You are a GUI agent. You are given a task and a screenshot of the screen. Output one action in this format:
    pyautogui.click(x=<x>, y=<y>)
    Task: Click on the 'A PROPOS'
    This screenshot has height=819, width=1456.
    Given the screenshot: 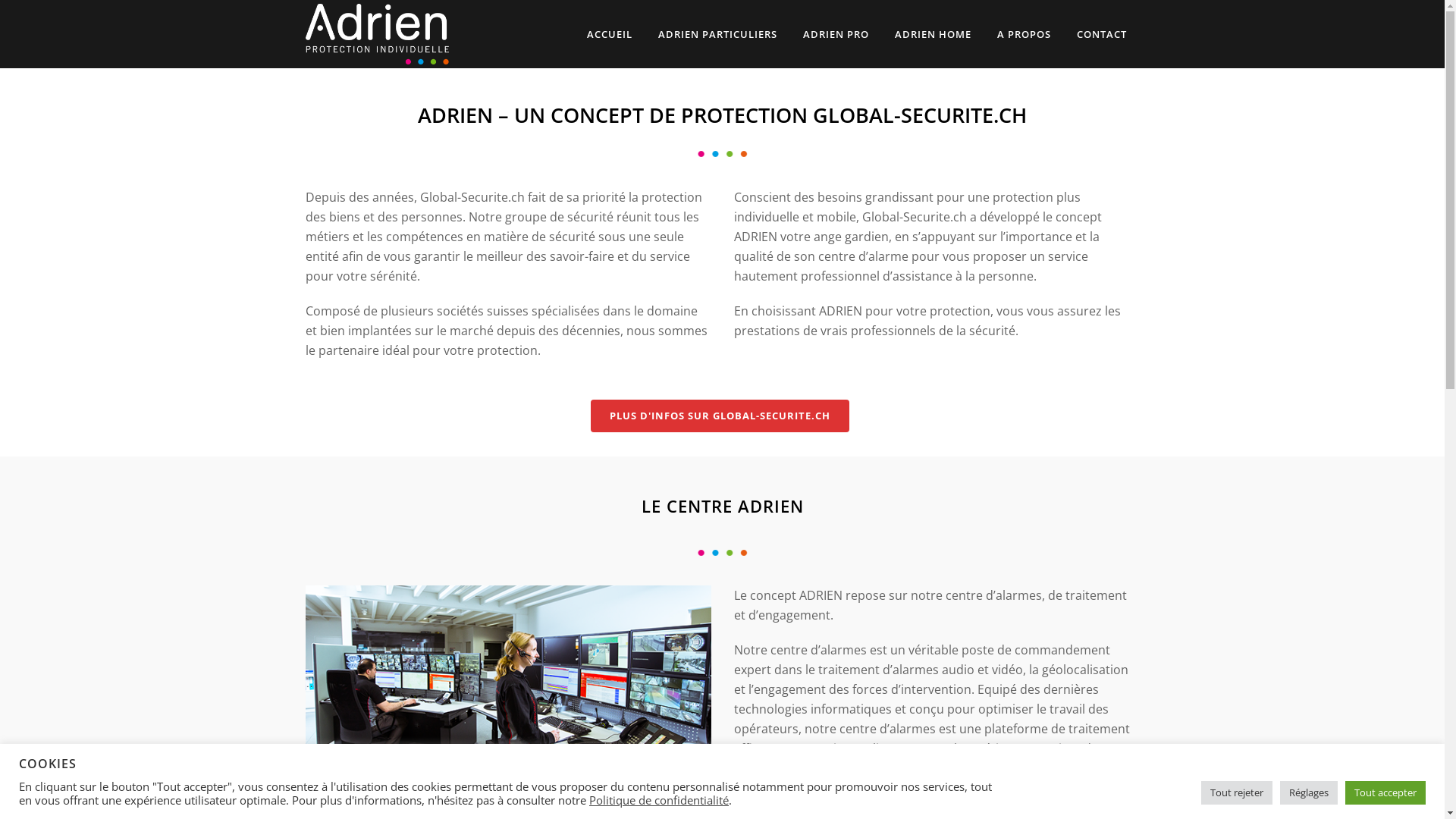 What is the action you would take?
    pyautogui.click(x=1024, y=34)
    